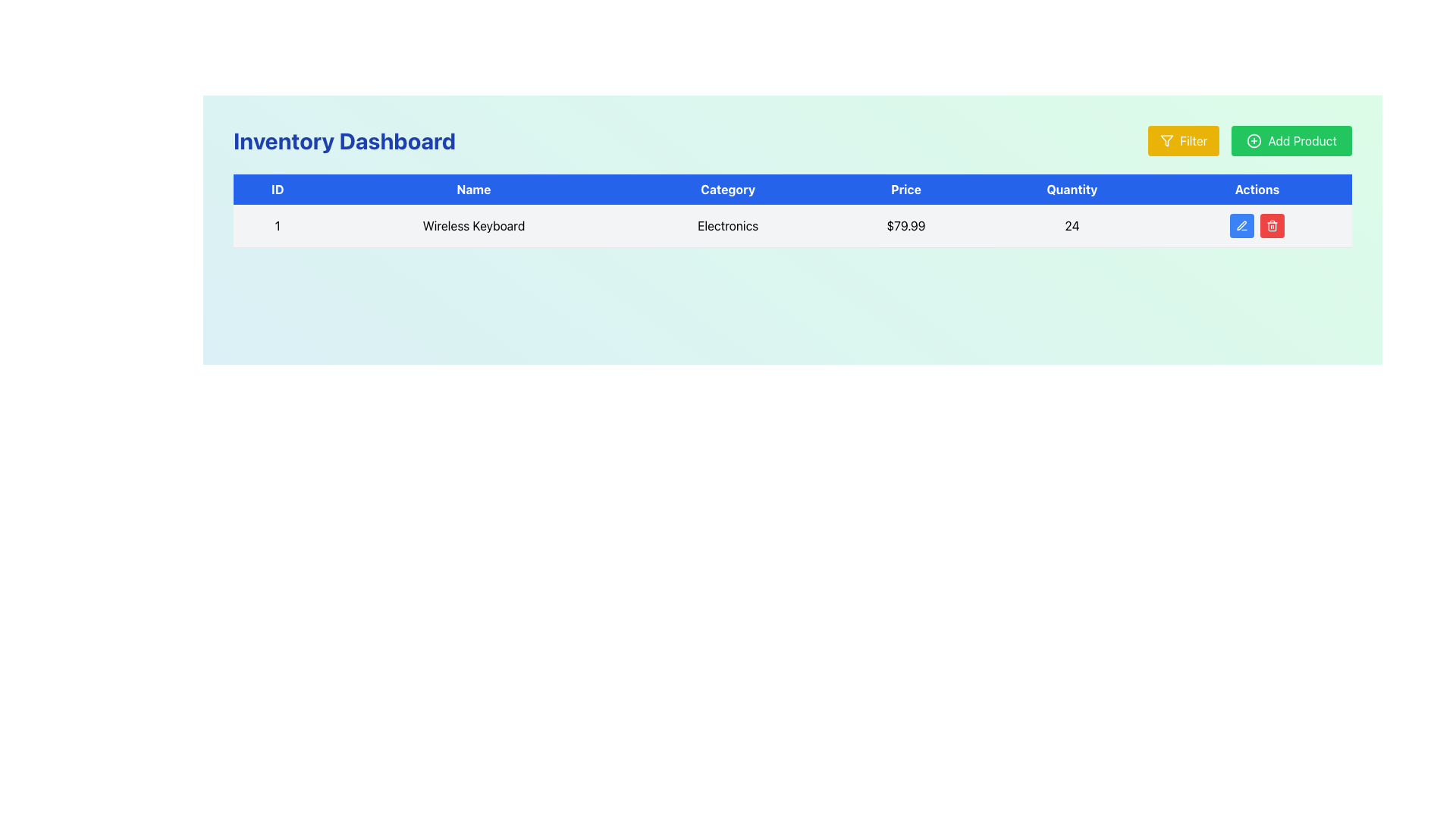 The width and height of the screenshot is (1456, 819). I want to click on the first button in the 'Actions' column of the table, so click(1241, 225).